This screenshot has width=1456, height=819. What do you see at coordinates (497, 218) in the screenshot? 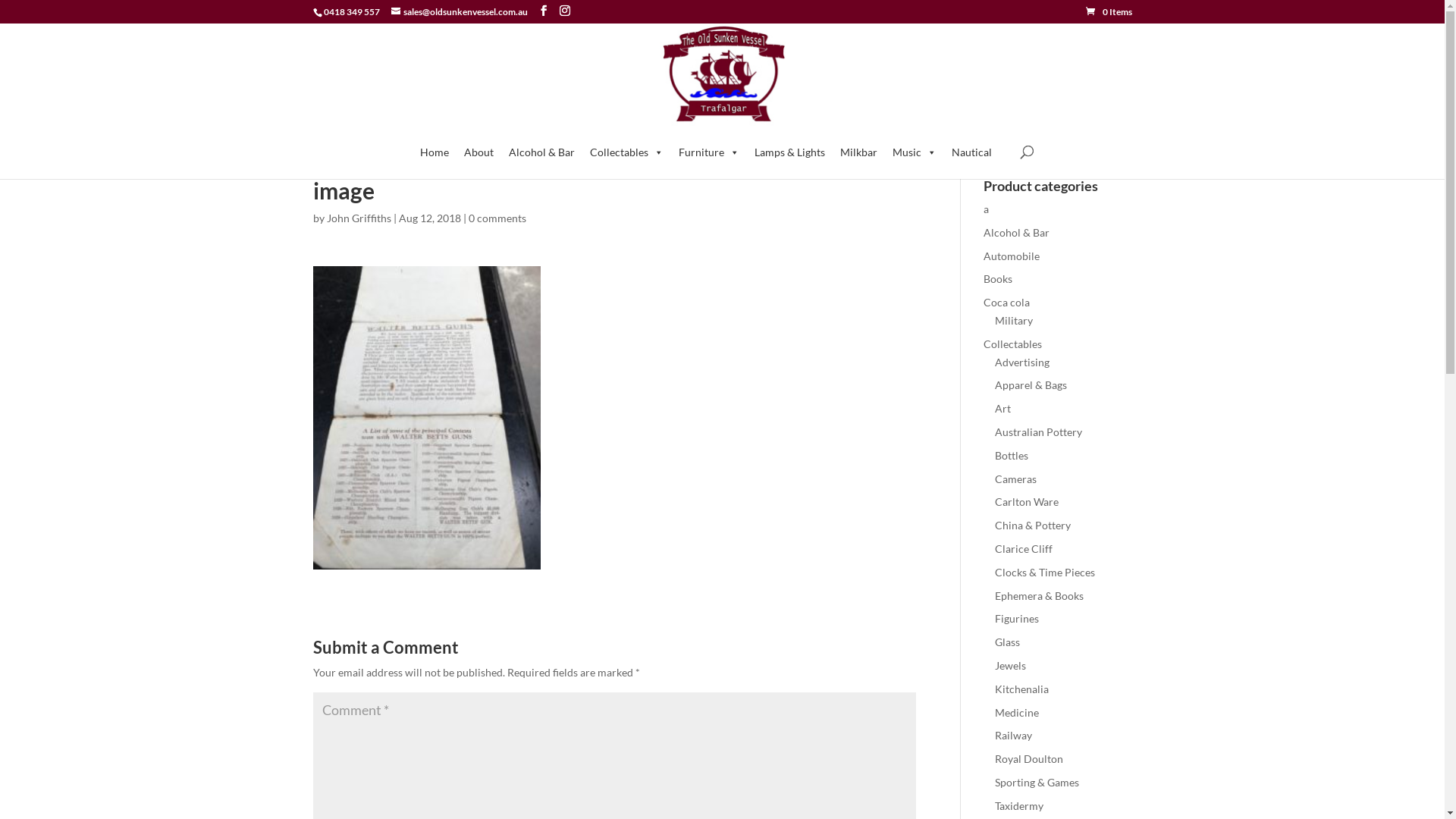
I see `'0 comments'` at bounding box center [497, 218].